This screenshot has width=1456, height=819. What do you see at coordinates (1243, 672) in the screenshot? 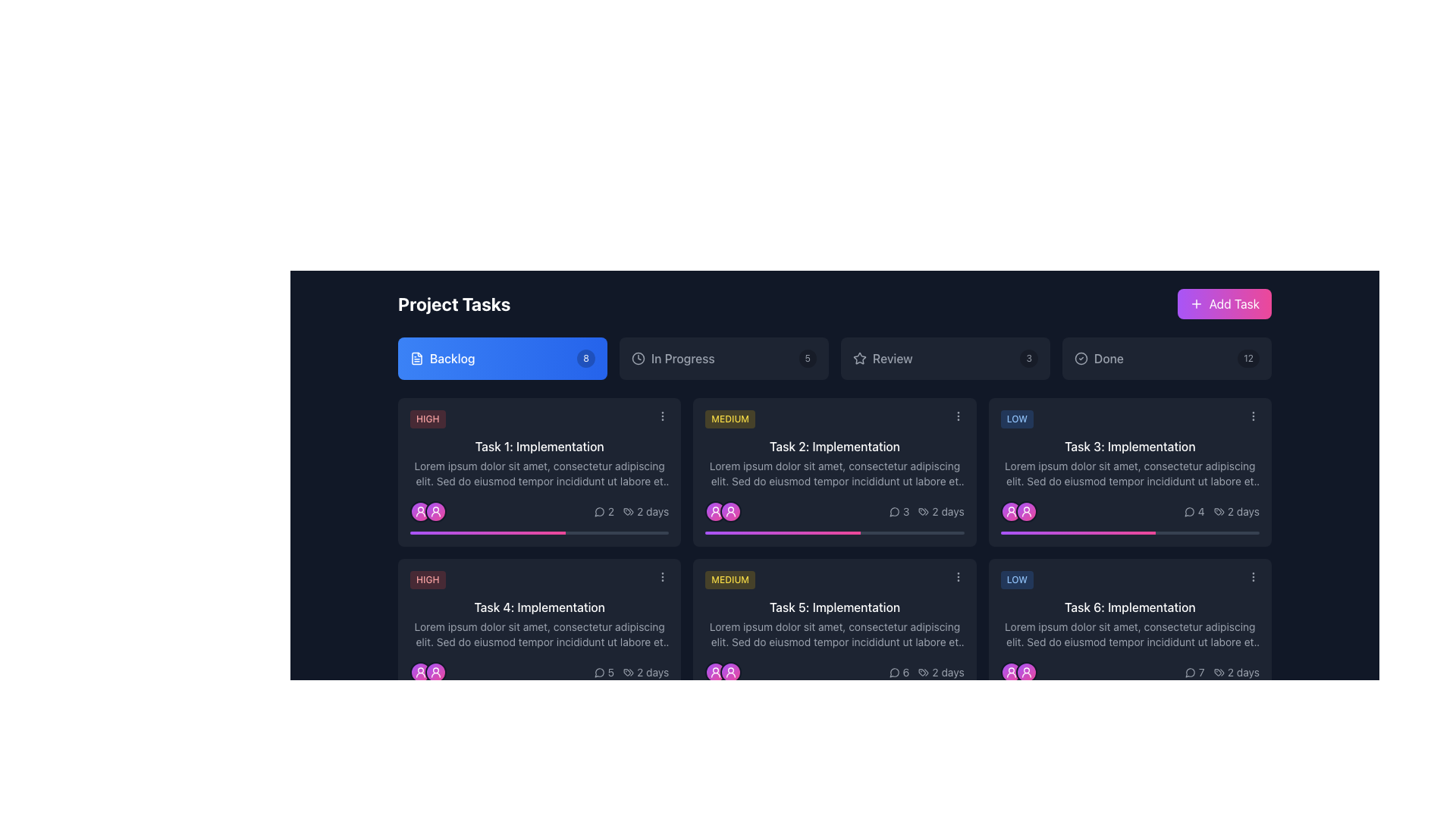
I see `the static text label indicating the remaining time for 'Task 6: Implementation', located in the bottom-right corner of the task card, adjacent to the speech bubble icon` at bounding box center [1243, 672].